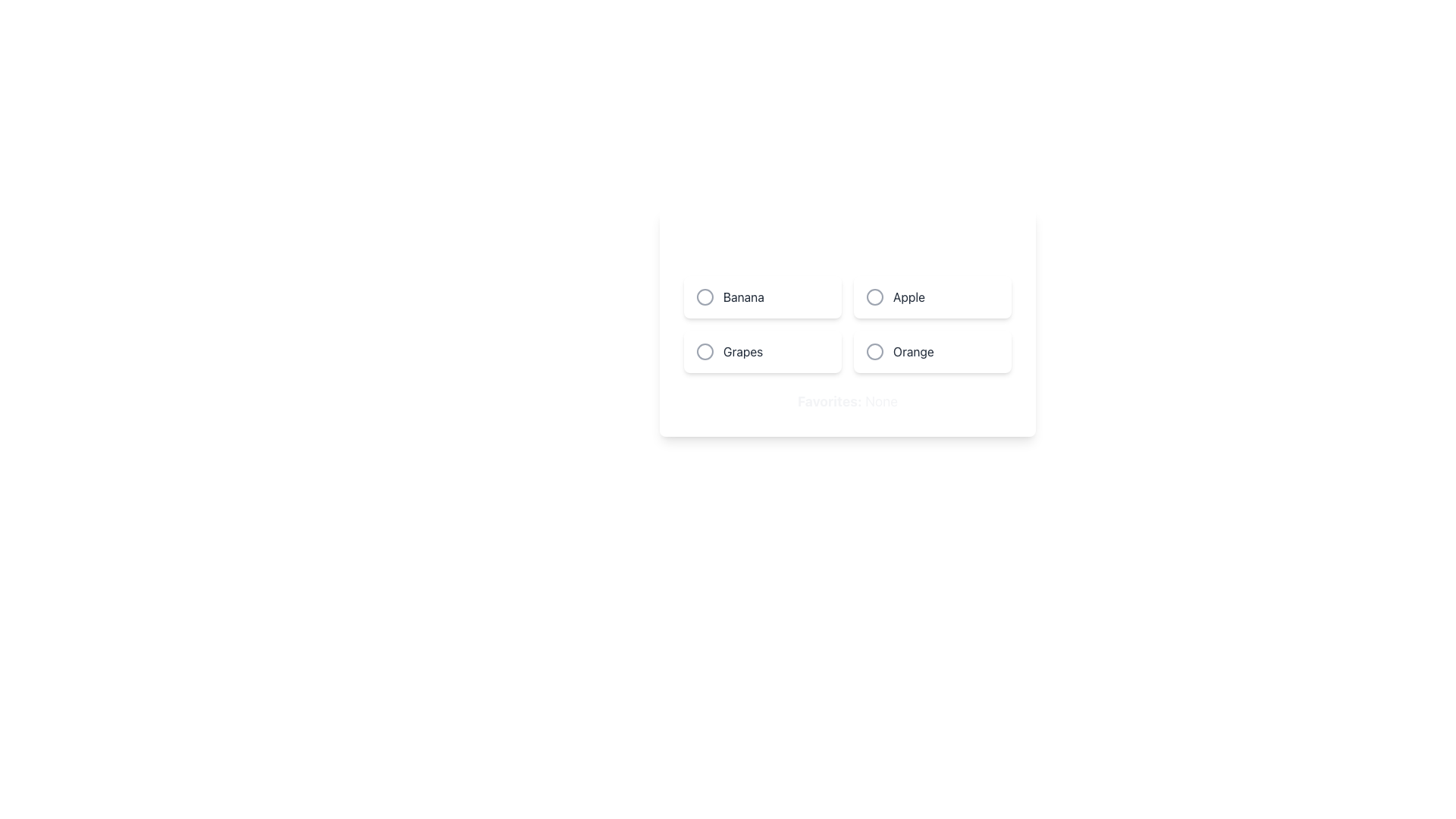 This screenshot has width=1456, height=819. I want to click on the radio button indicating the 'Grapes' selection, located in the bottom-left of the panel, so click(704, 351).